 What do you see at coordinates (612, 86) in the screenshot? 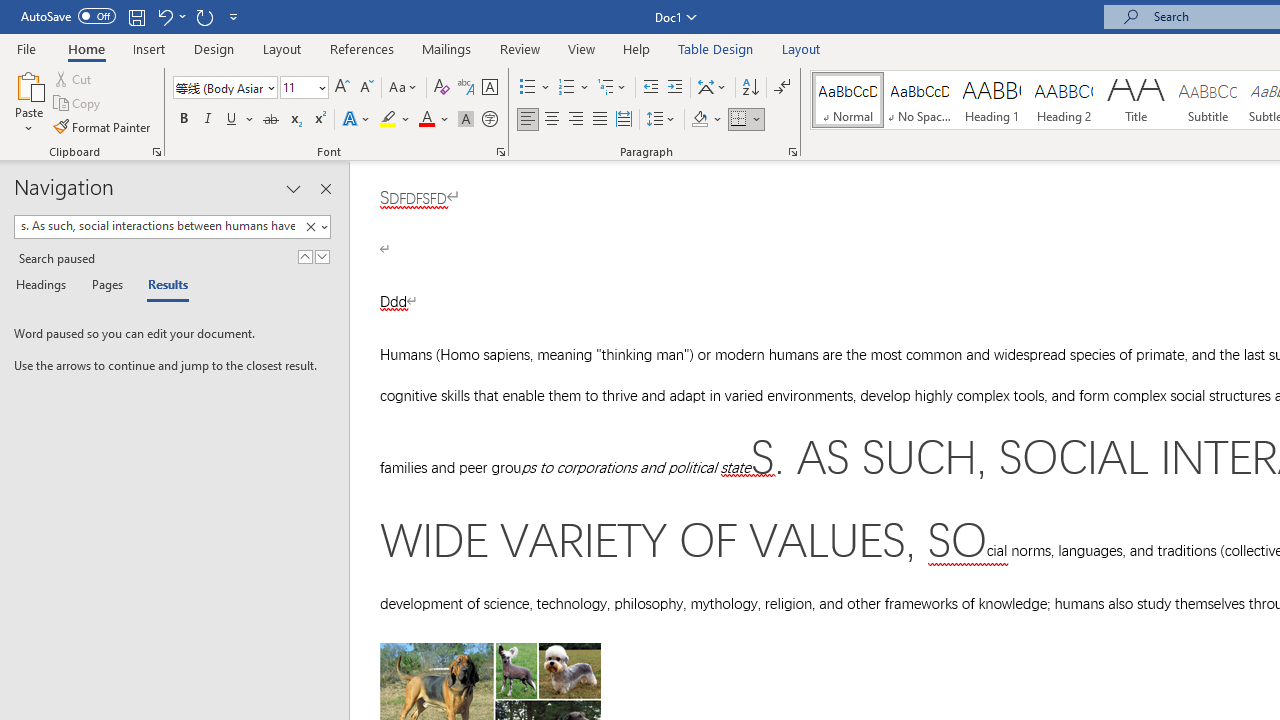
I see `'Multilevel List'` at bounding box center [612, 86].